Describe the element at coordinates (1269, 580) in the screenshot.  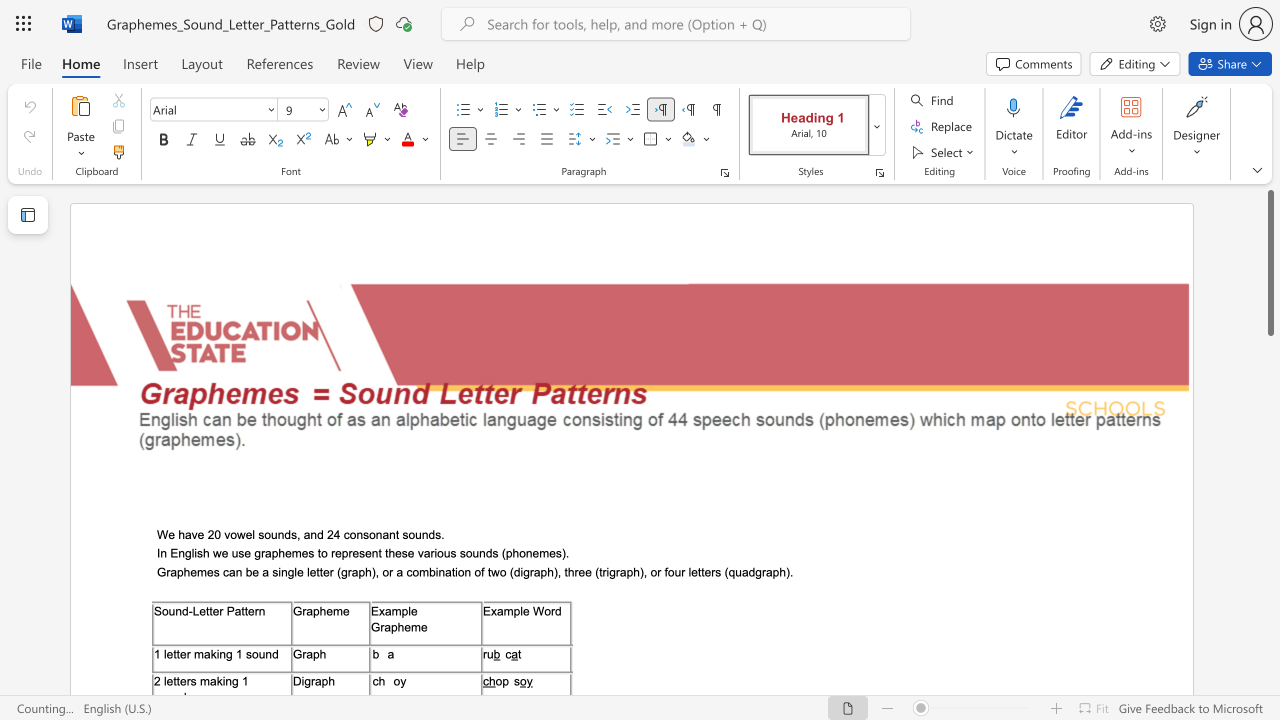
I see `the right-hand scrollbar to descend the page` at that location.